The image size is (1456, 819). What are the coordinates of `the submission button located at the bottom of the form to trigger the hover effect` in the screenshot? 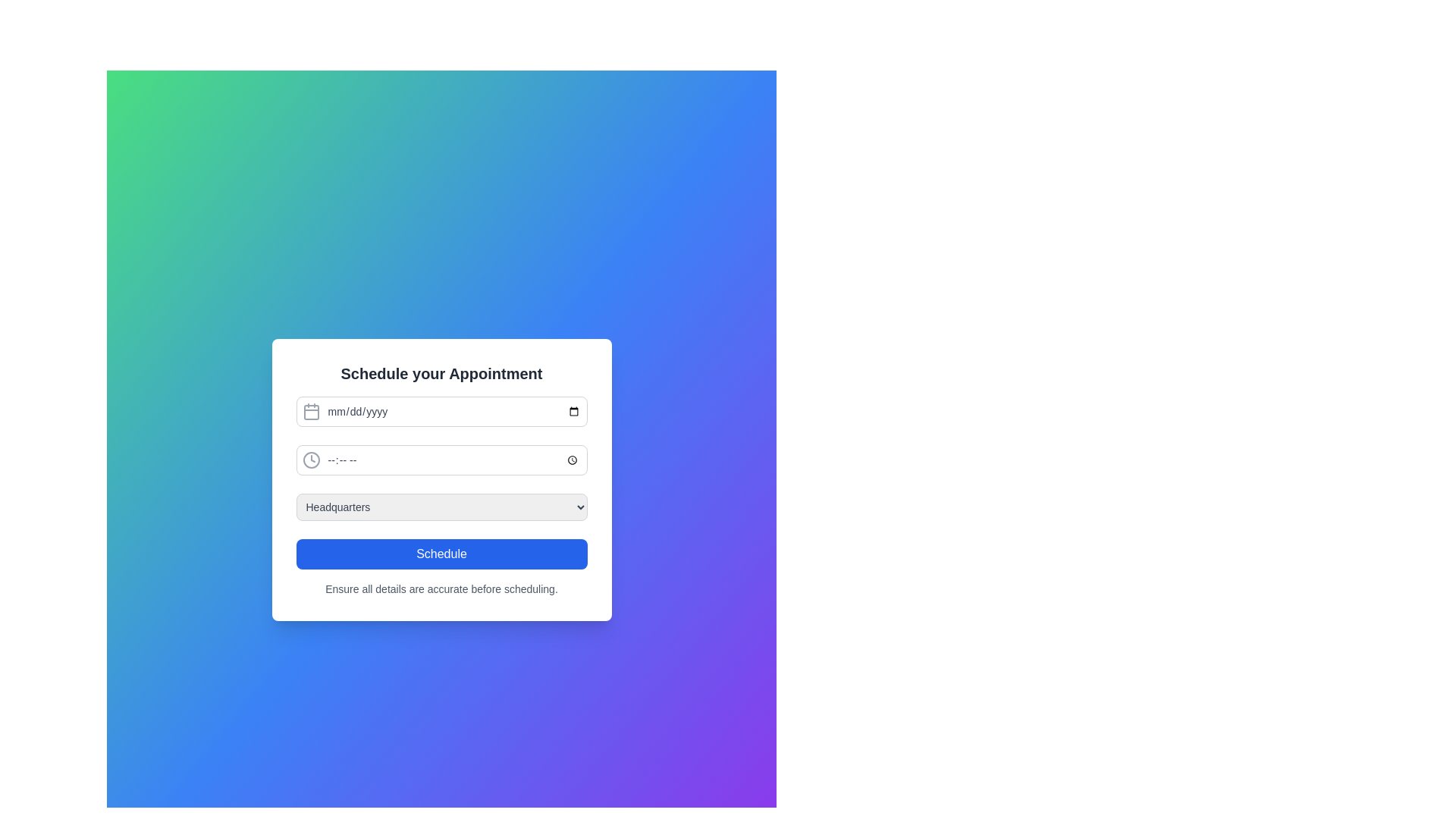 It's located at (441, 554).